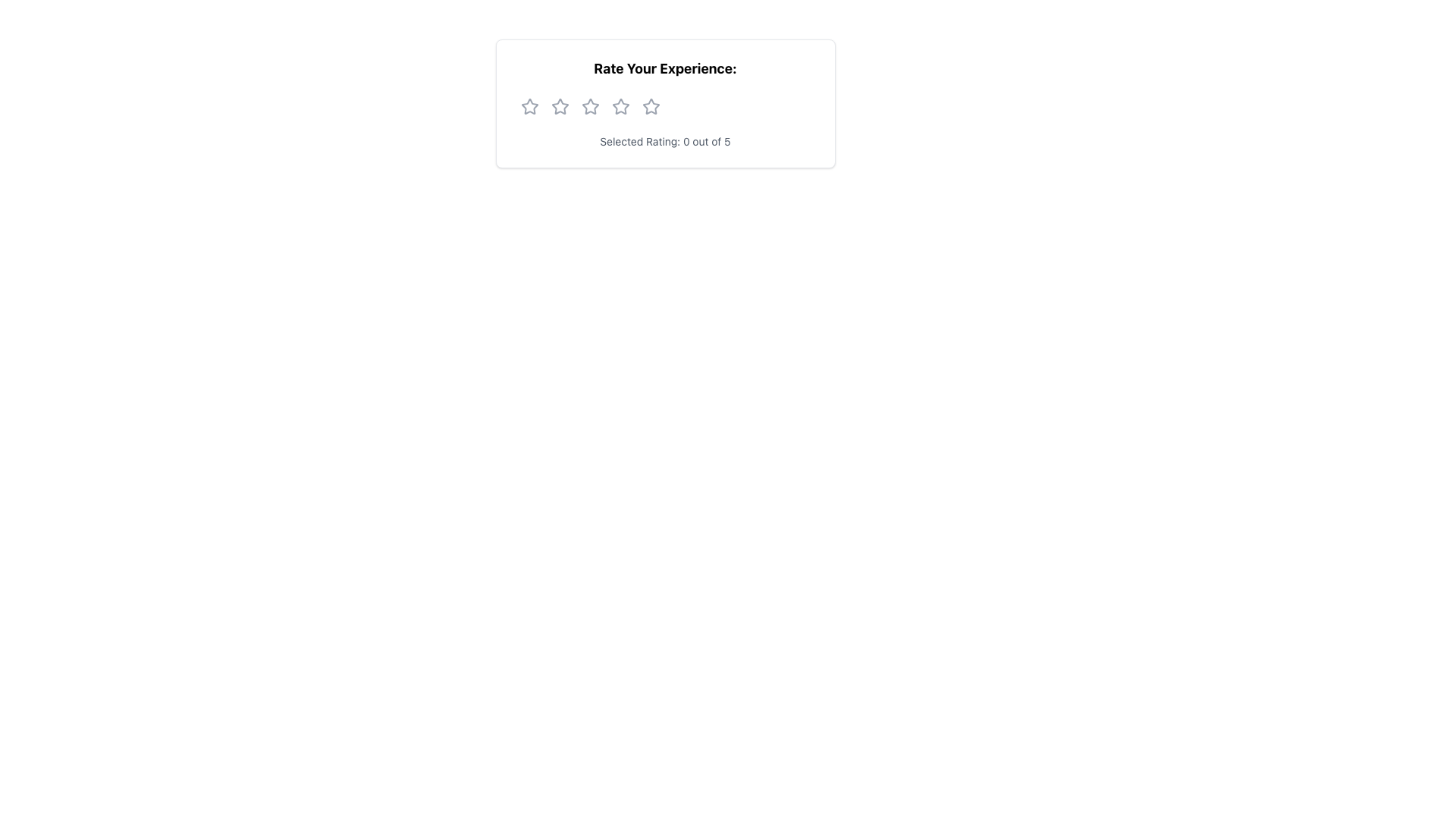 The image size is (1456, 819). What do you see at coordinates (665, 69) in the screenshot?
I see `the bold black text 'Rate Your Experience:' located at the top of a white card` at bounding box center [665, 69].